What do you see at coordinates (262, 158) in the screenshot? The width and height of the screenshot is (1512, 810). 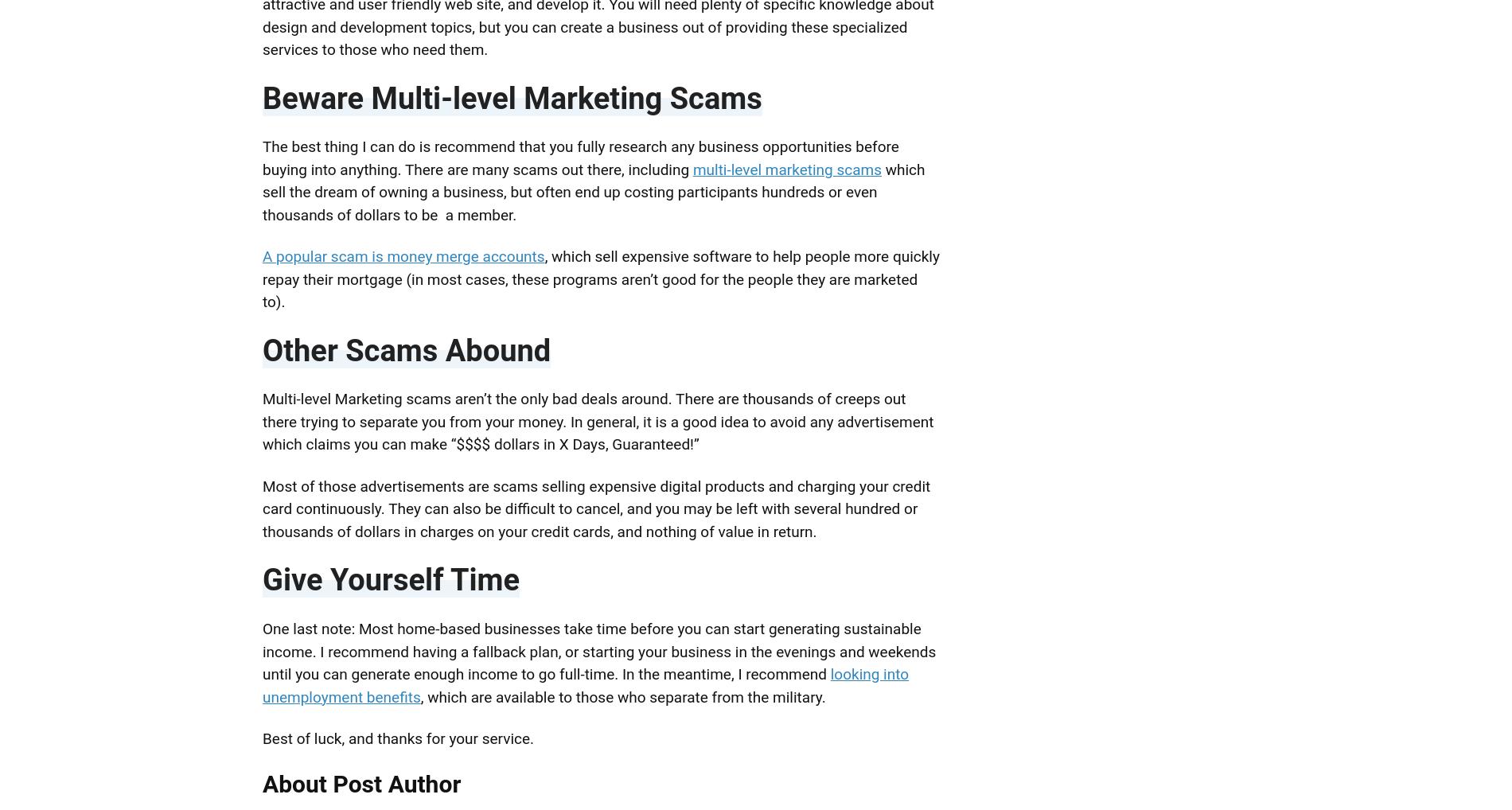 I see `'The best thing I can do is recommend that you fully research any business opportunities before buying into anything. There are many scams out there, including'` at bounding box center [262, 158].